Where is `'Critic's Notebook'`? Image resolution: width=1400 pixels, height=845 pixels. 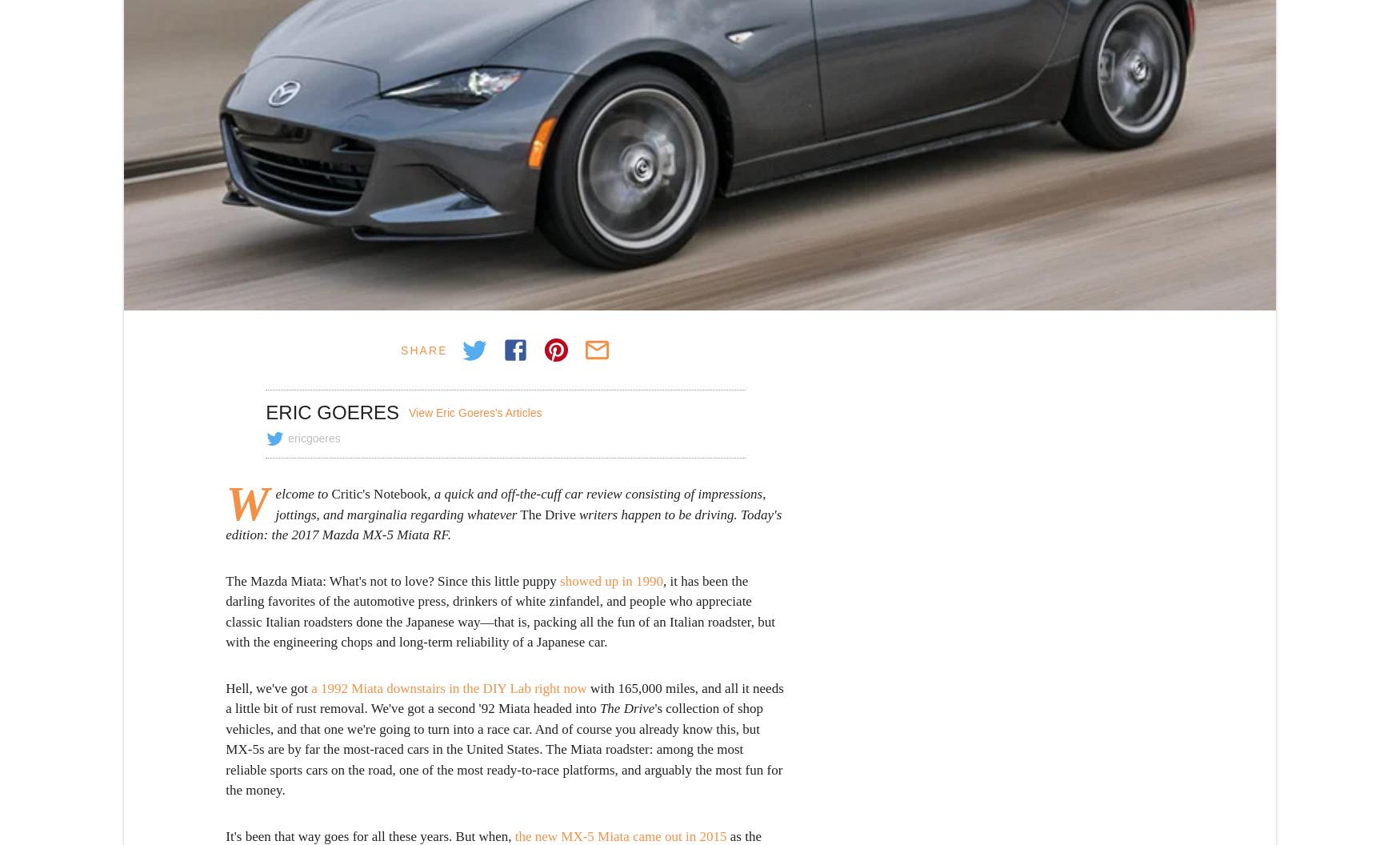 'Critic's Notebook' is located at coordinates (377, 493).